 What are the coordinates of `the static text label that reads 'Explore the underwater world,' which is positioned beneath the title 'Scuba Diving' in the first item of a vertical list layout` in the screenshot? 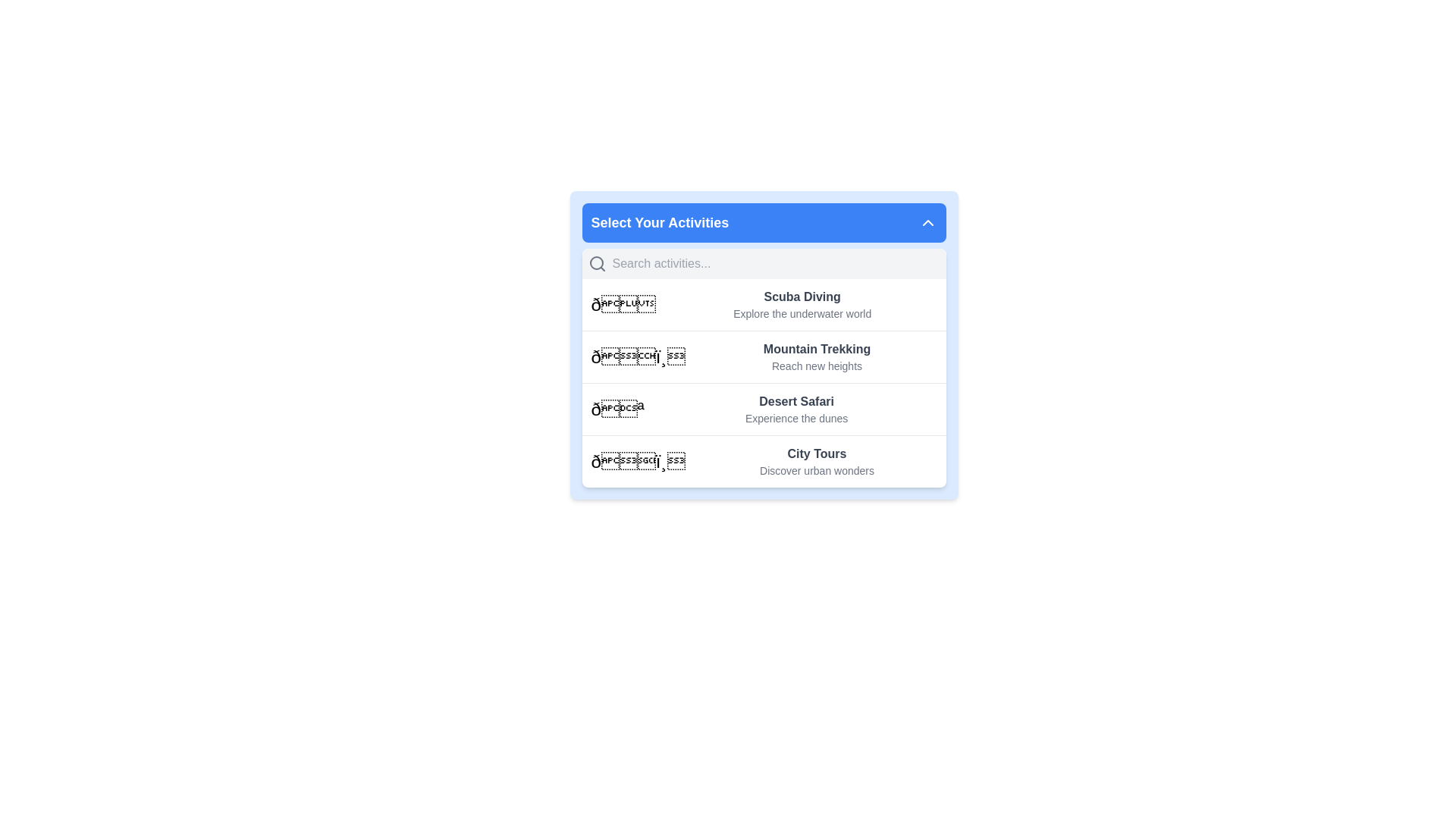 It's located at (802, 312).